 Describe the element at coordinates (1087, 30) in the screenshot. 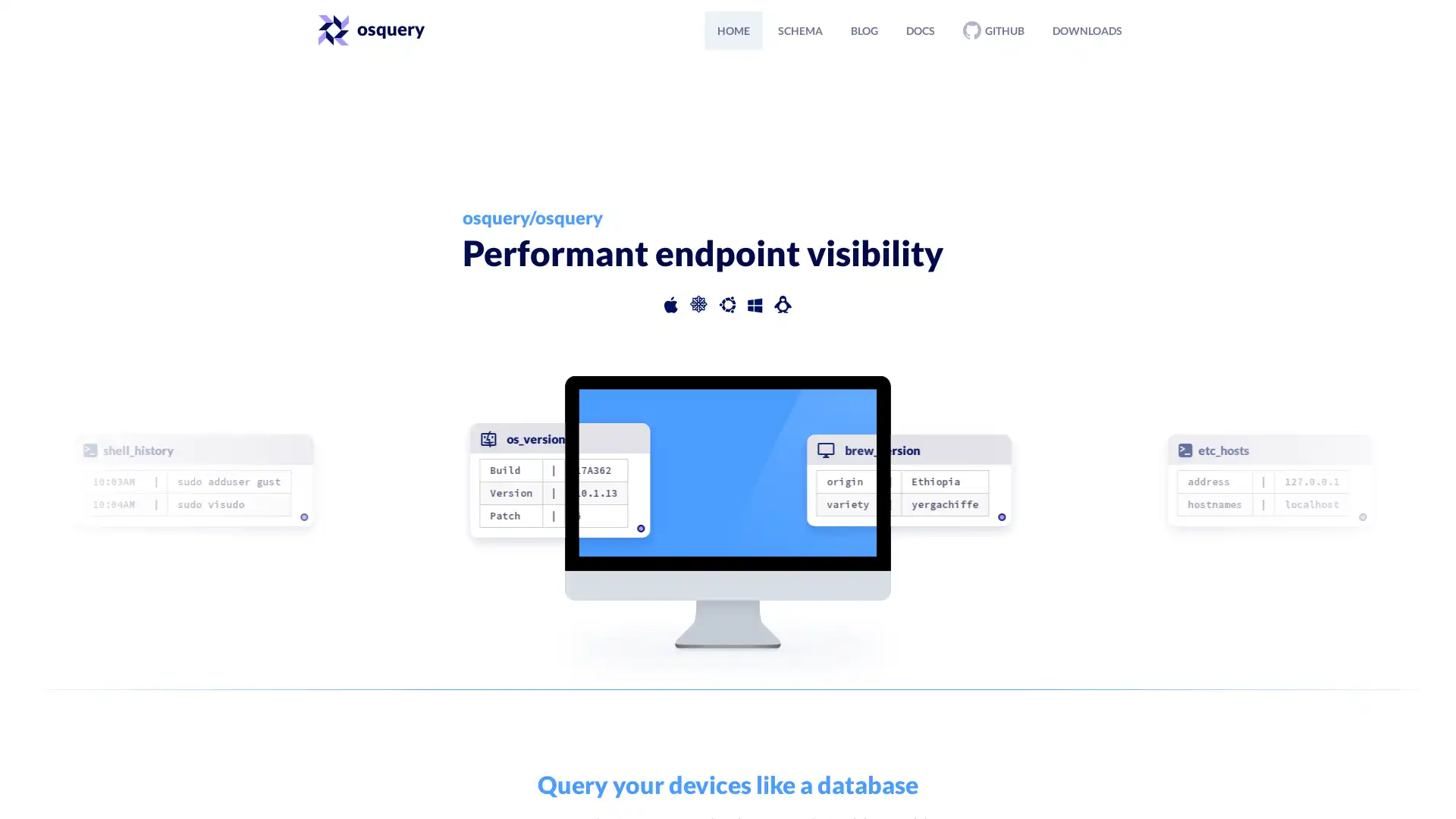

I see `DOWNLOADS` at that location.